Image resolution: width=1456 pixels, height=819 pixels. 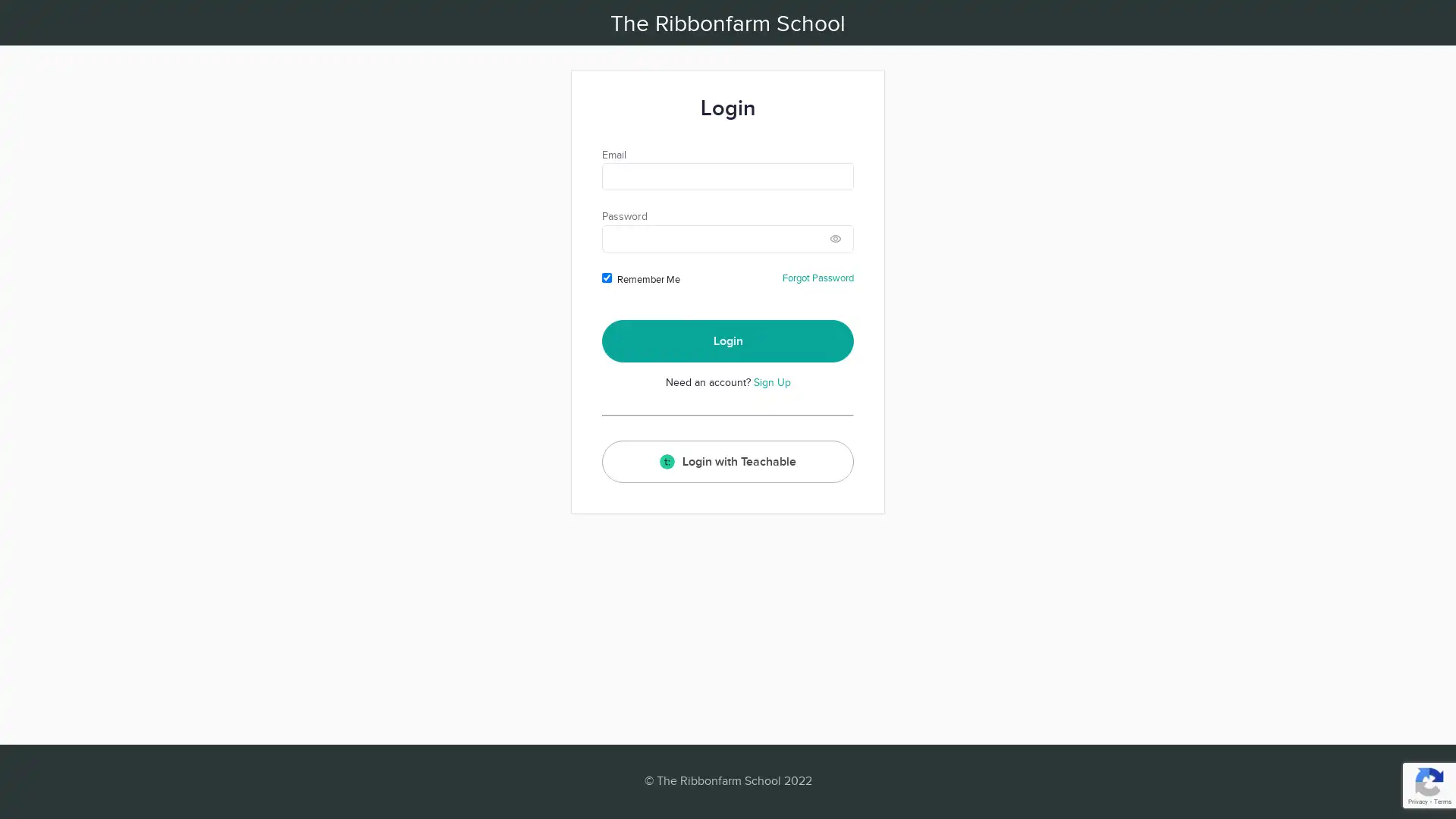 I want to click on Login with Teachable, so click(x=728, y=461).